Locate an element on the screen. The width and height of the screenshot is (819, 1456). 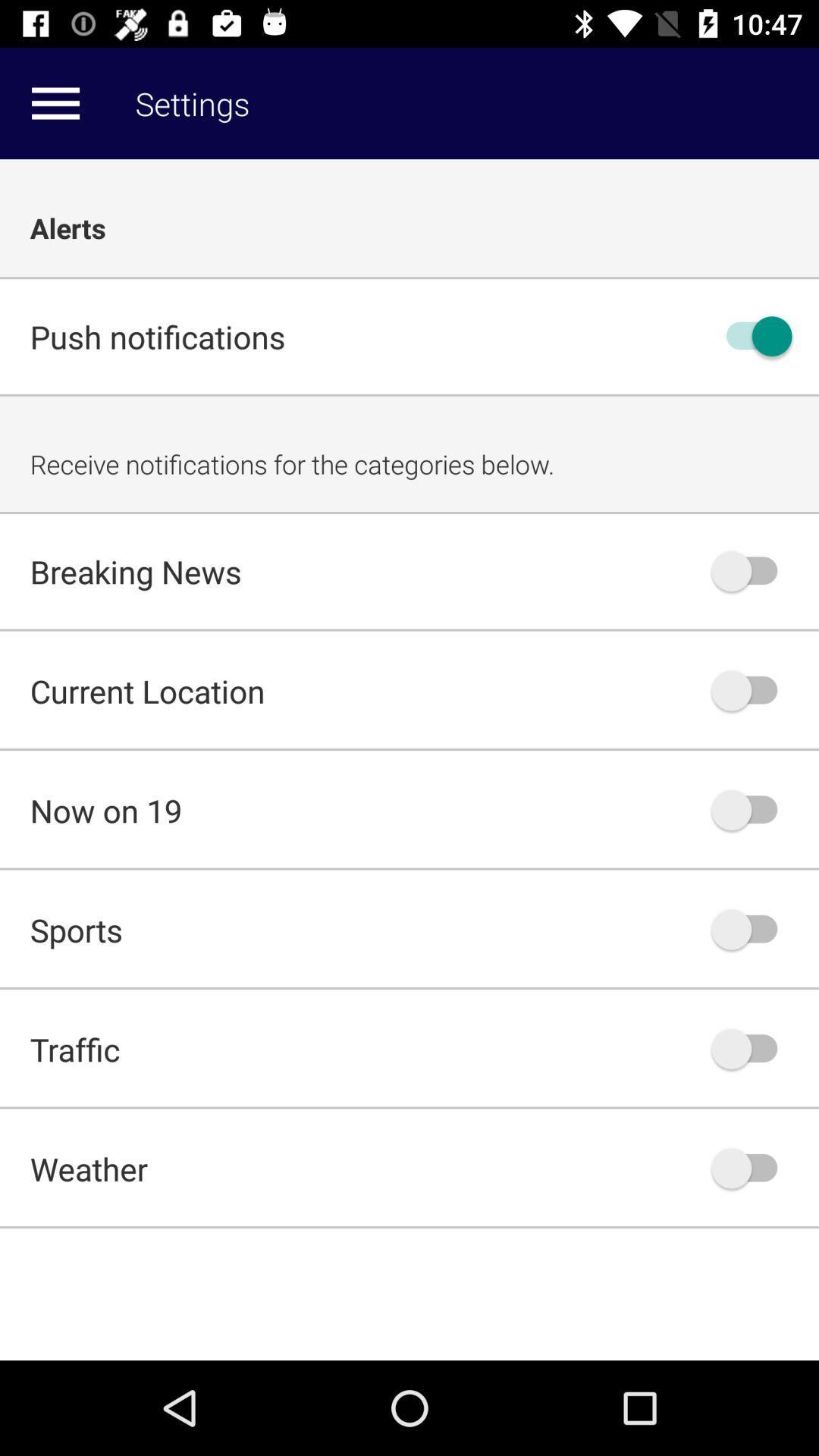
app above the alerts item is located at coordinates (55, 102).